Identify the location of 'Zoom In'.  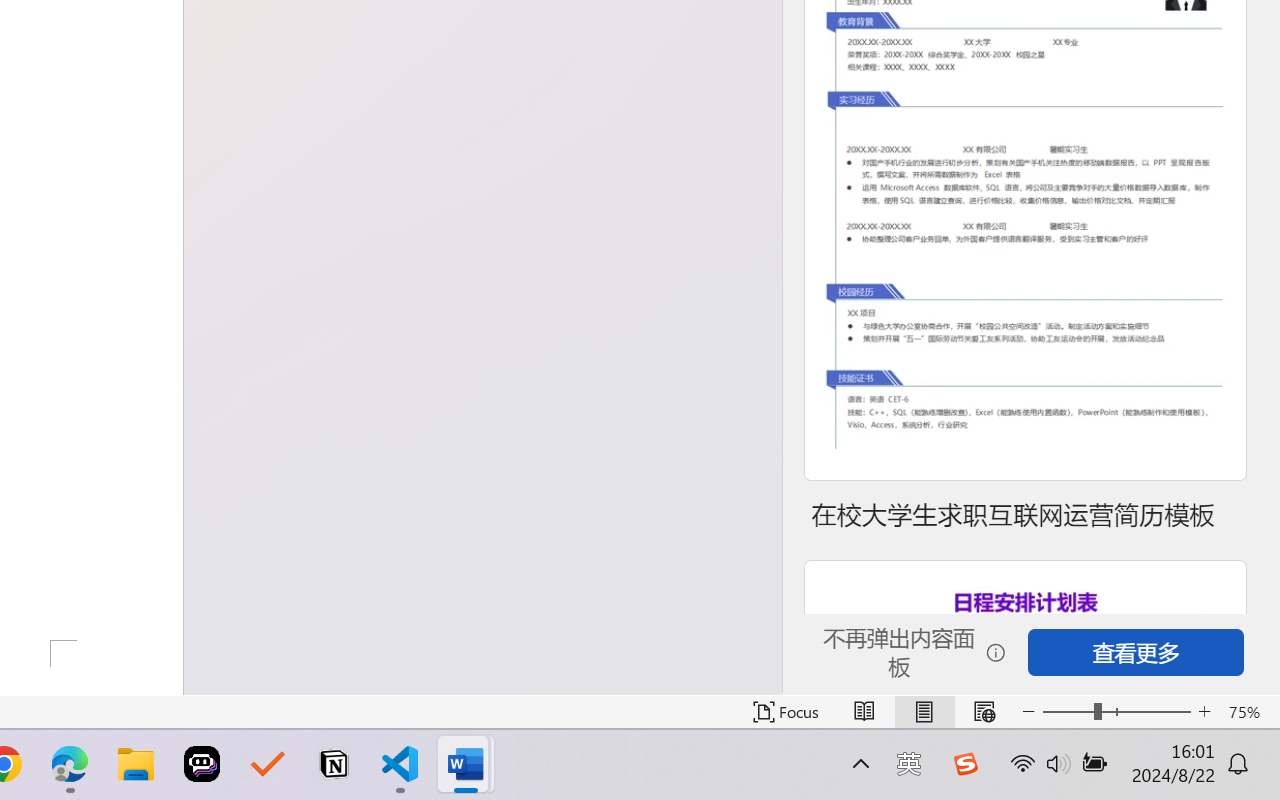
(1204, 711).